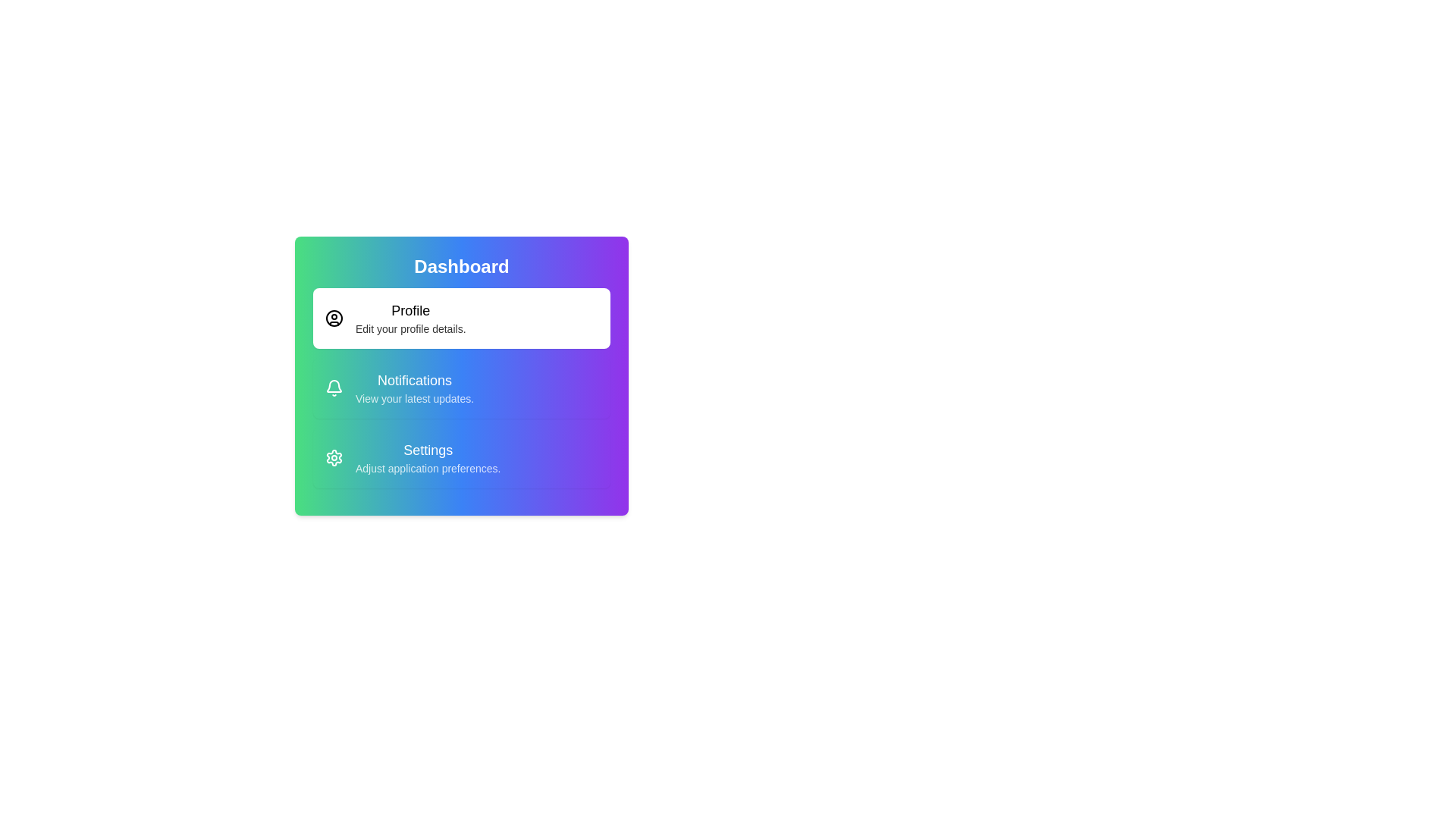  Describe the element at coordinates (461, 388) in the screenshot. I see `the menu option Notifications` at that location.